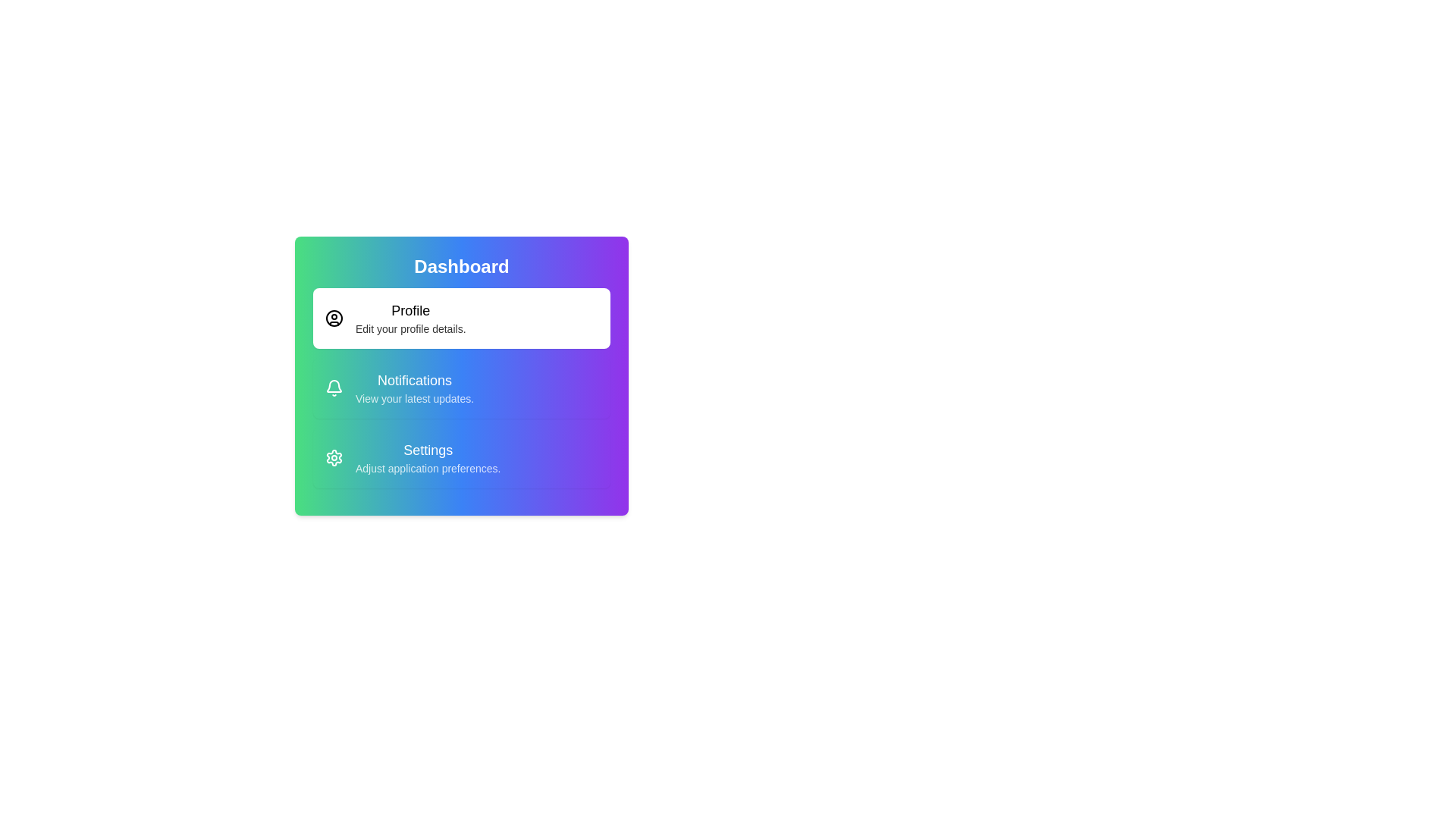  Describe the element at coordinates (461, 388) in the screenshot. I see `the menu option Notifications` at that location.